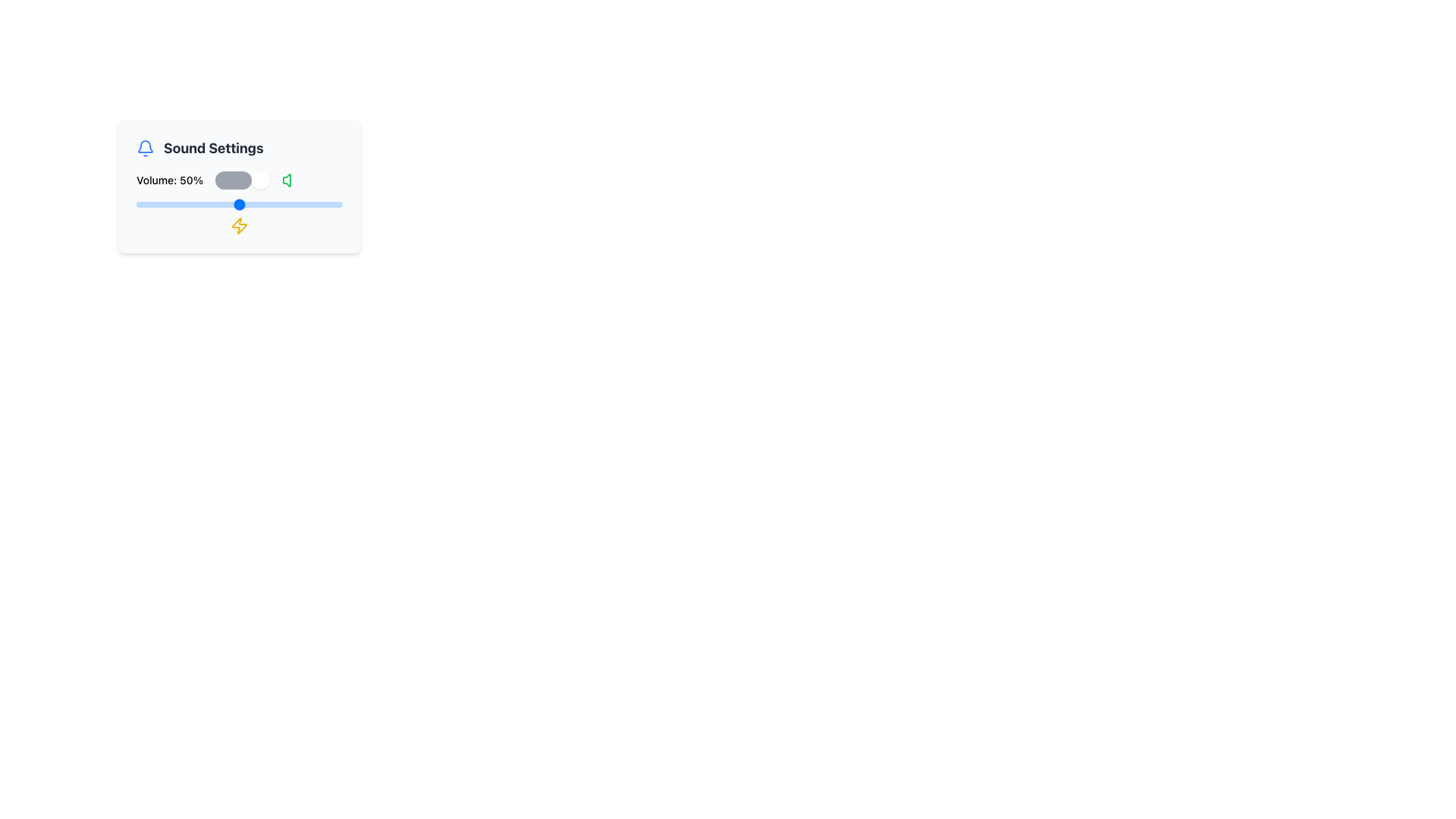  Describe the element at coordinates (287, 180) in the screenshot. I see `the graphical icon component of the volume settings, which is part of the audio settings interface, to adjust audio settings` at that location.